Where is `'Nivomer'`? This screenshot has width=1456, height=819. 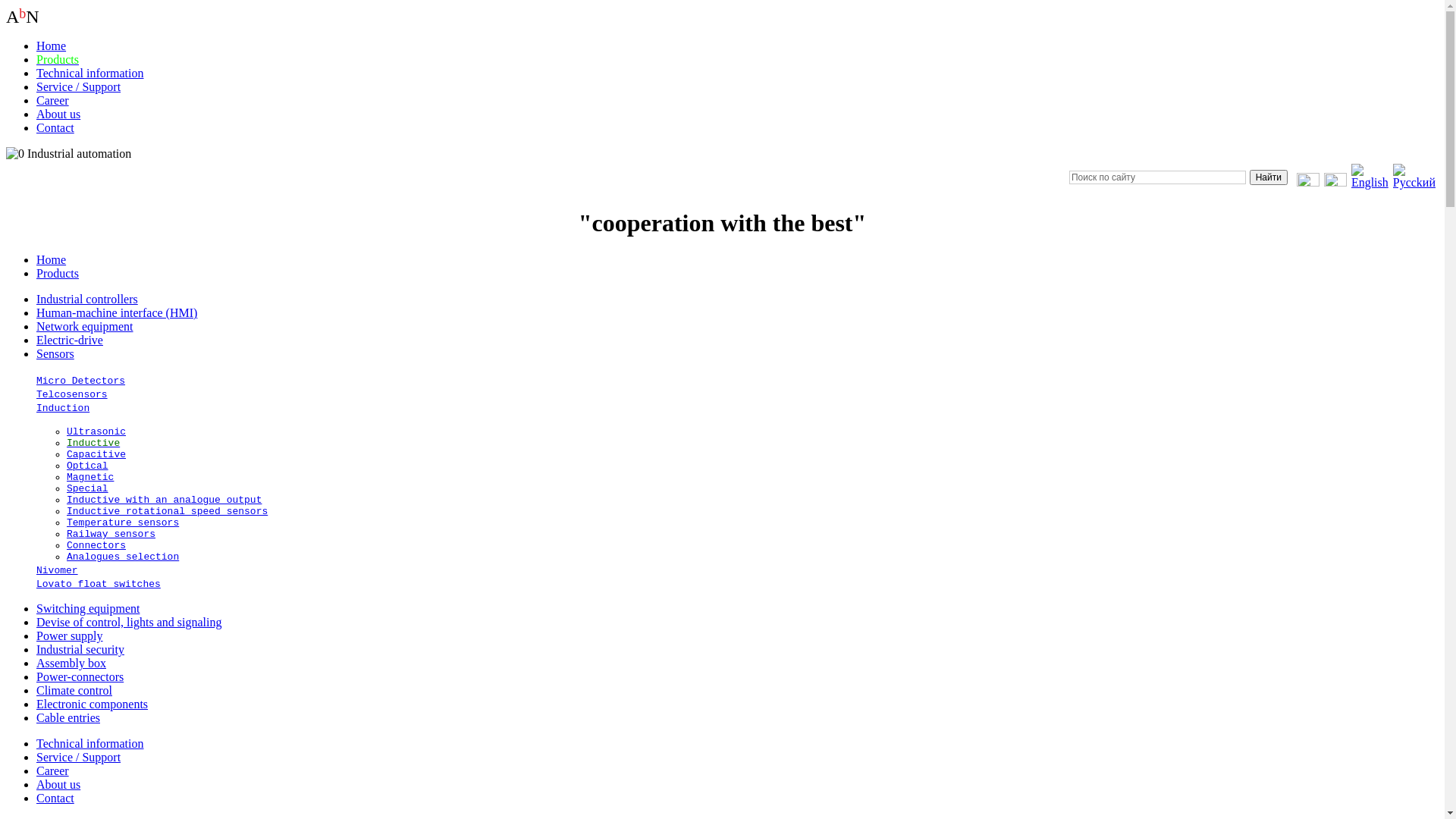 'Nivomer' is located at coordinates (57, 570).